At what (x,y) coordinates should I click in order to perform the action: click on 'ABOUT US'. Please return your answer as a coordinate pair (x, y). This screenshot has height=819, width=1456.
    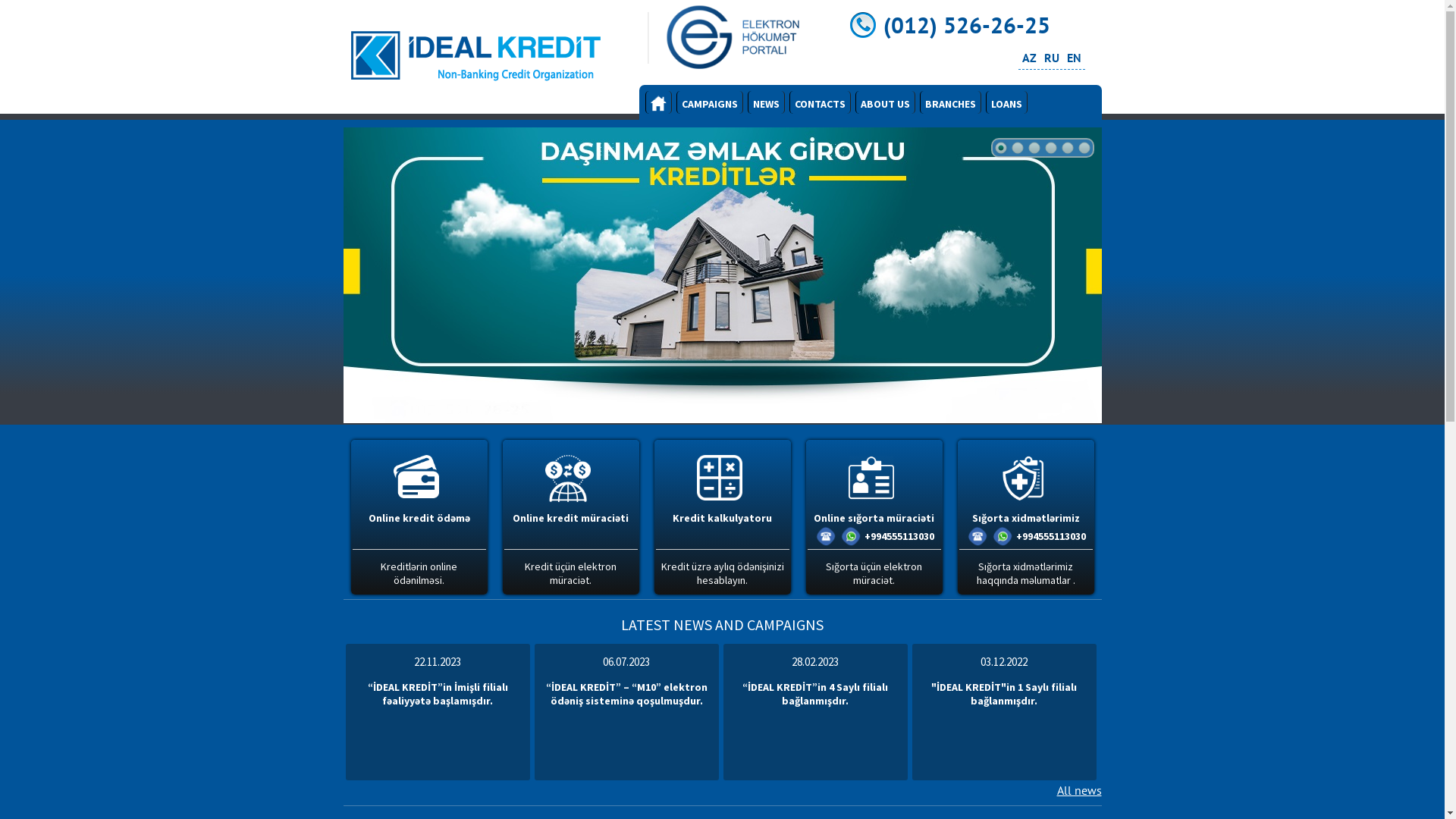
    Looking at the image, I should click on (885, 102).